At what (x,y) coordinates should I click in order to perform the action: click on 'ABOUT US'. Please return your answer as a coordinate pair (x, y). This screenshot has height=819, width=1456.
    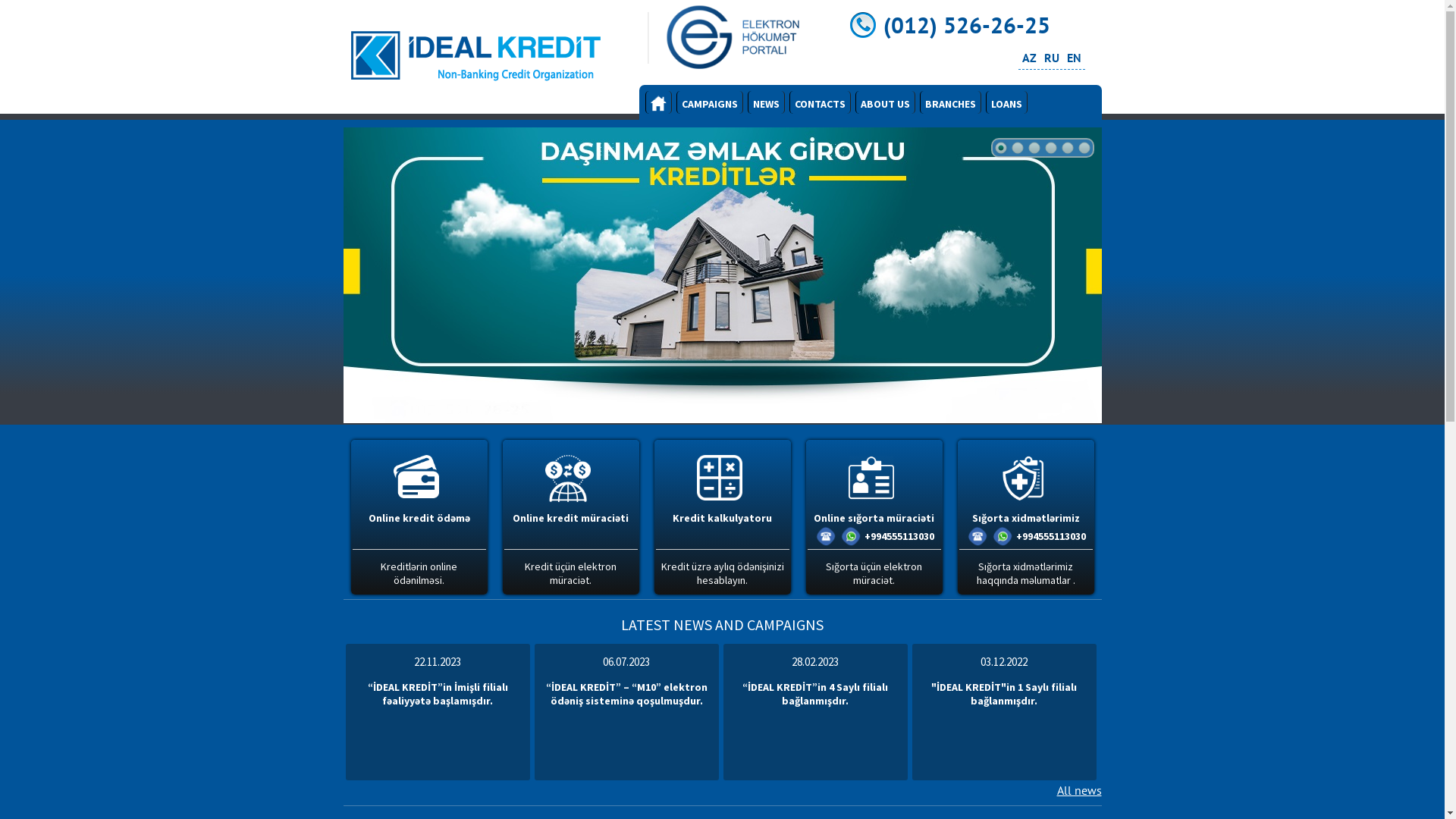
    Looking at the image, I should click on (885, 102).